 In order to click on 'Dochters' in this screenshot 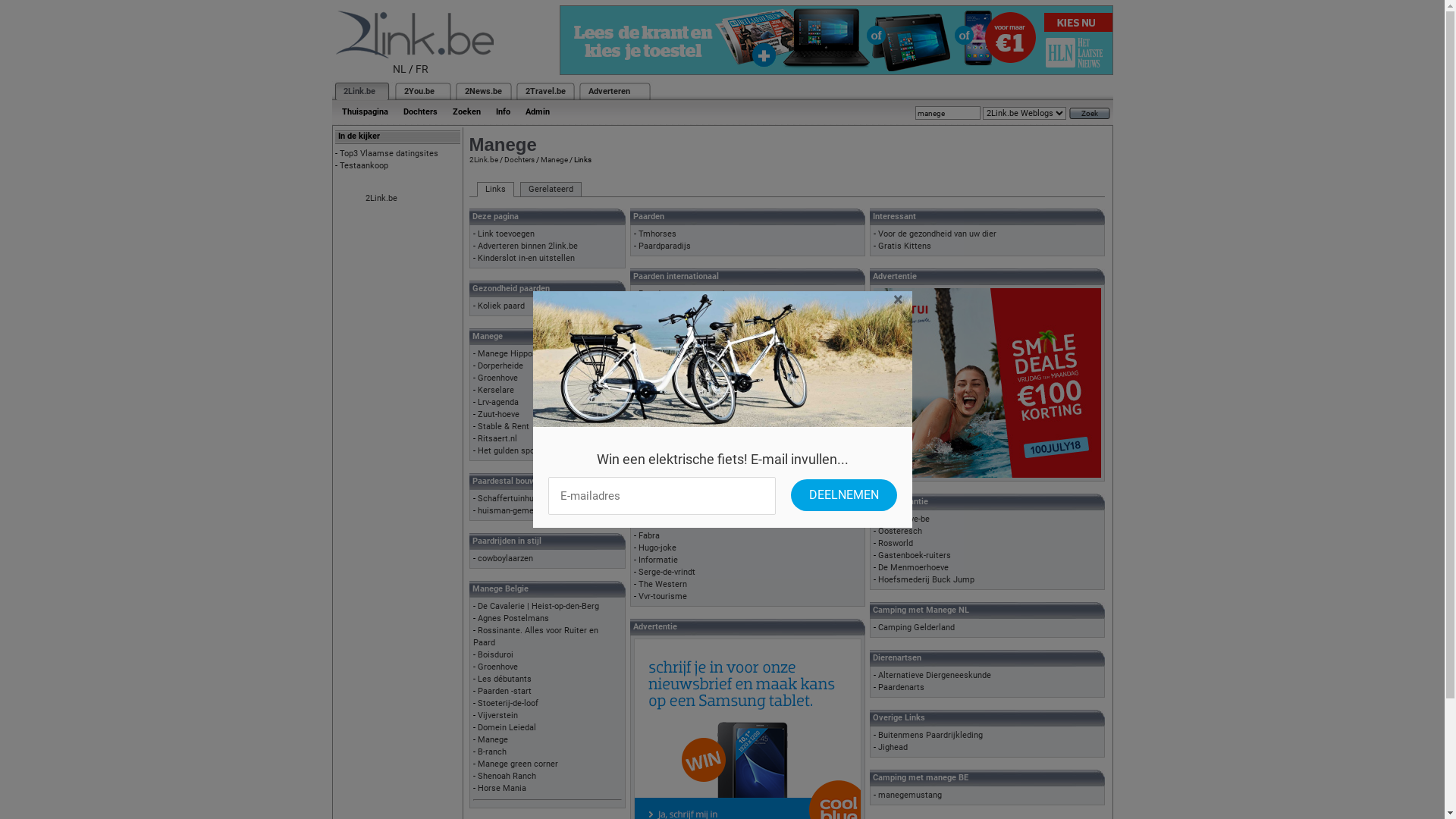, I will do `click(396, 111)`.